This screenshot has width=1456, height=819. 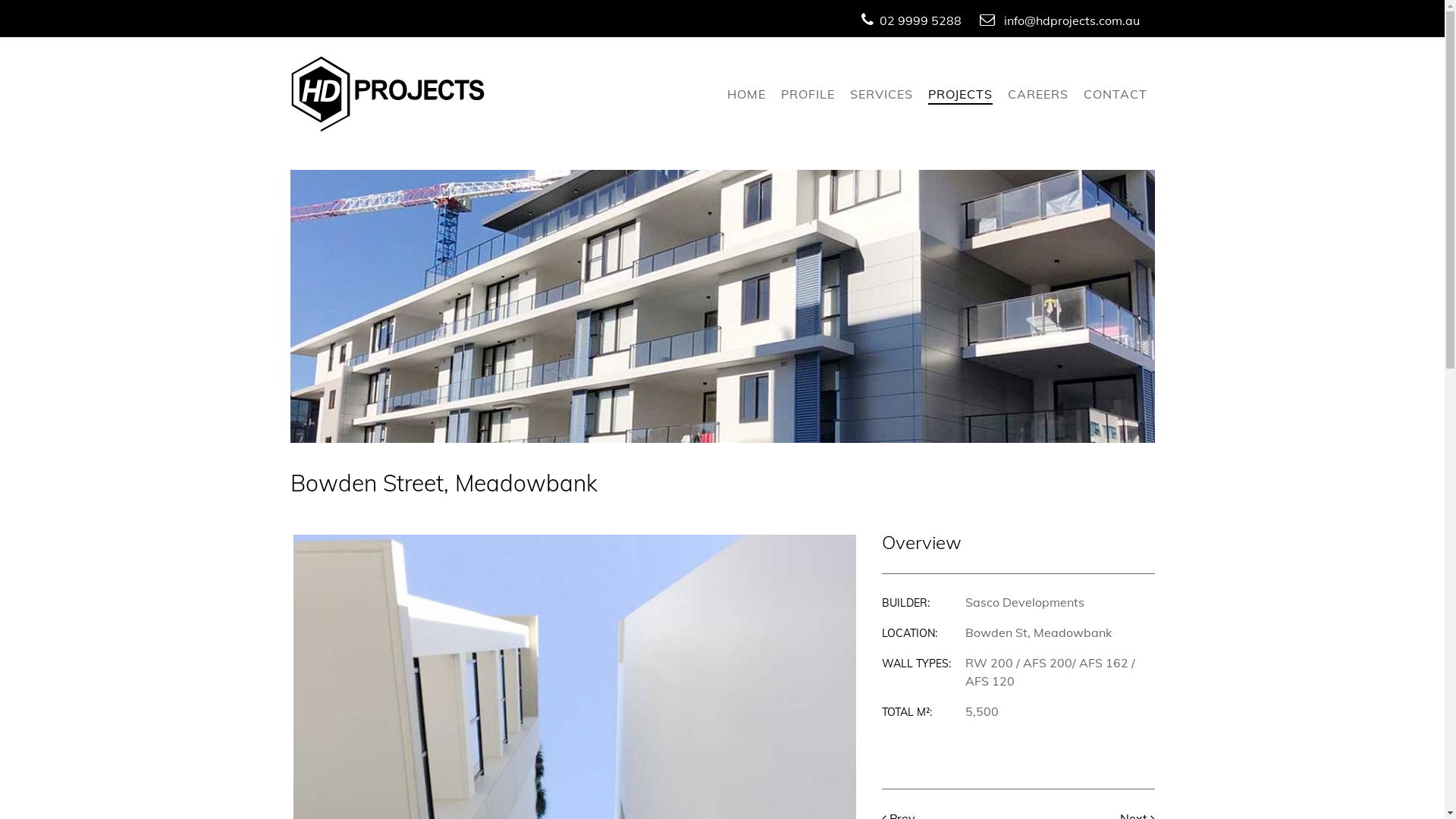 What do you see at coordinates (1037, 95) in the screenshot?
I see `'CAREERS'` at bounding box center [1037, 95].